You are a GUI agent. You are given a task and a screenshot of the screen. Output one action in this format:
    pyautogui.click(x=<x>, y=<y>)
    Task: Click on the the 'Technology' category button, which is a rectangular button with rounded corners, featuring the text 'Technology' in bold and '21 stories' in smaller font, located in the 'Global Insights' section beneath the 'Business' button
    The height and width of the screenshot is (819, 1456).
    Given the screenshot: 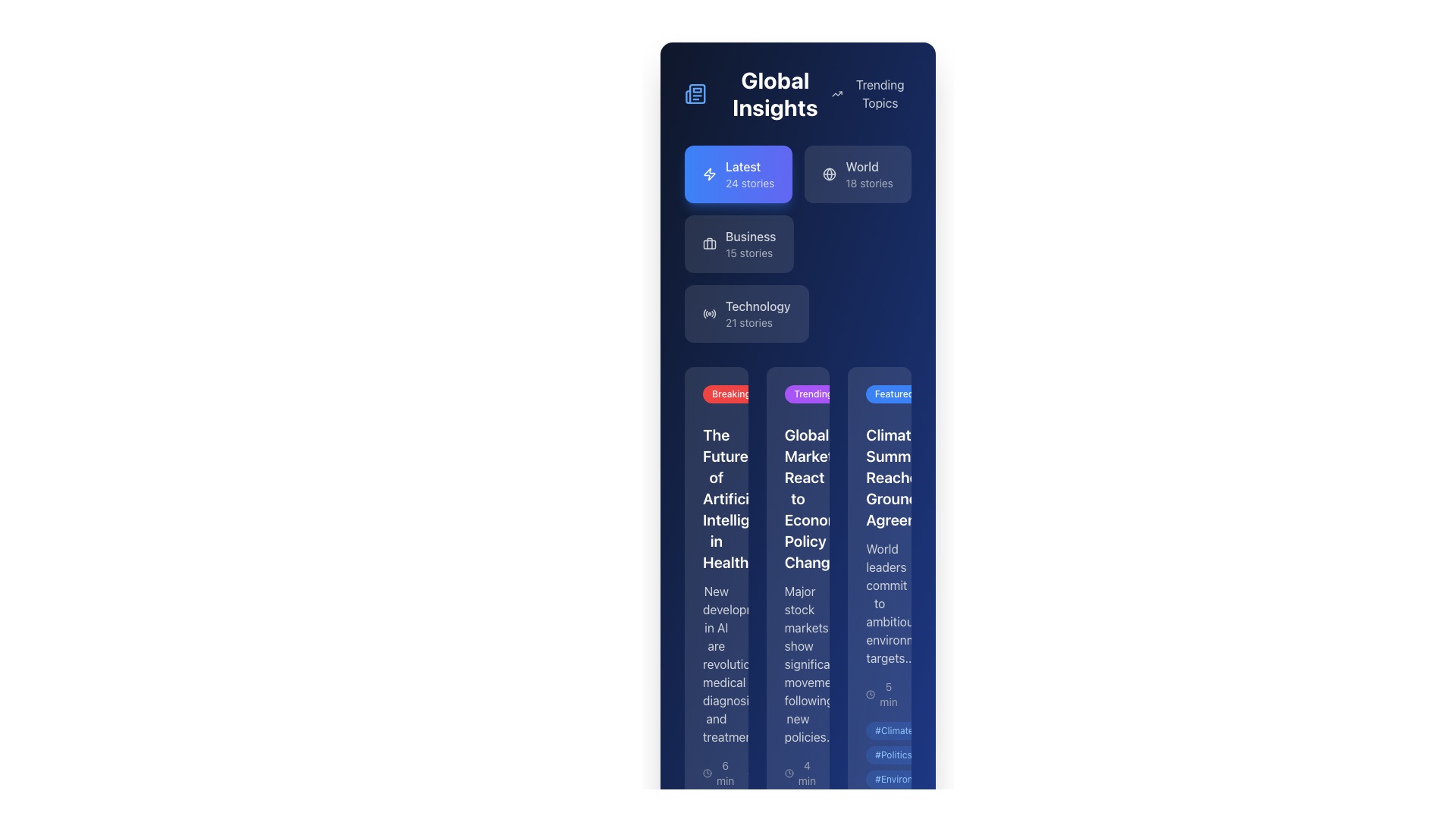 What is the action you would take?
    pyautogui.click(x=746, y=312)
    